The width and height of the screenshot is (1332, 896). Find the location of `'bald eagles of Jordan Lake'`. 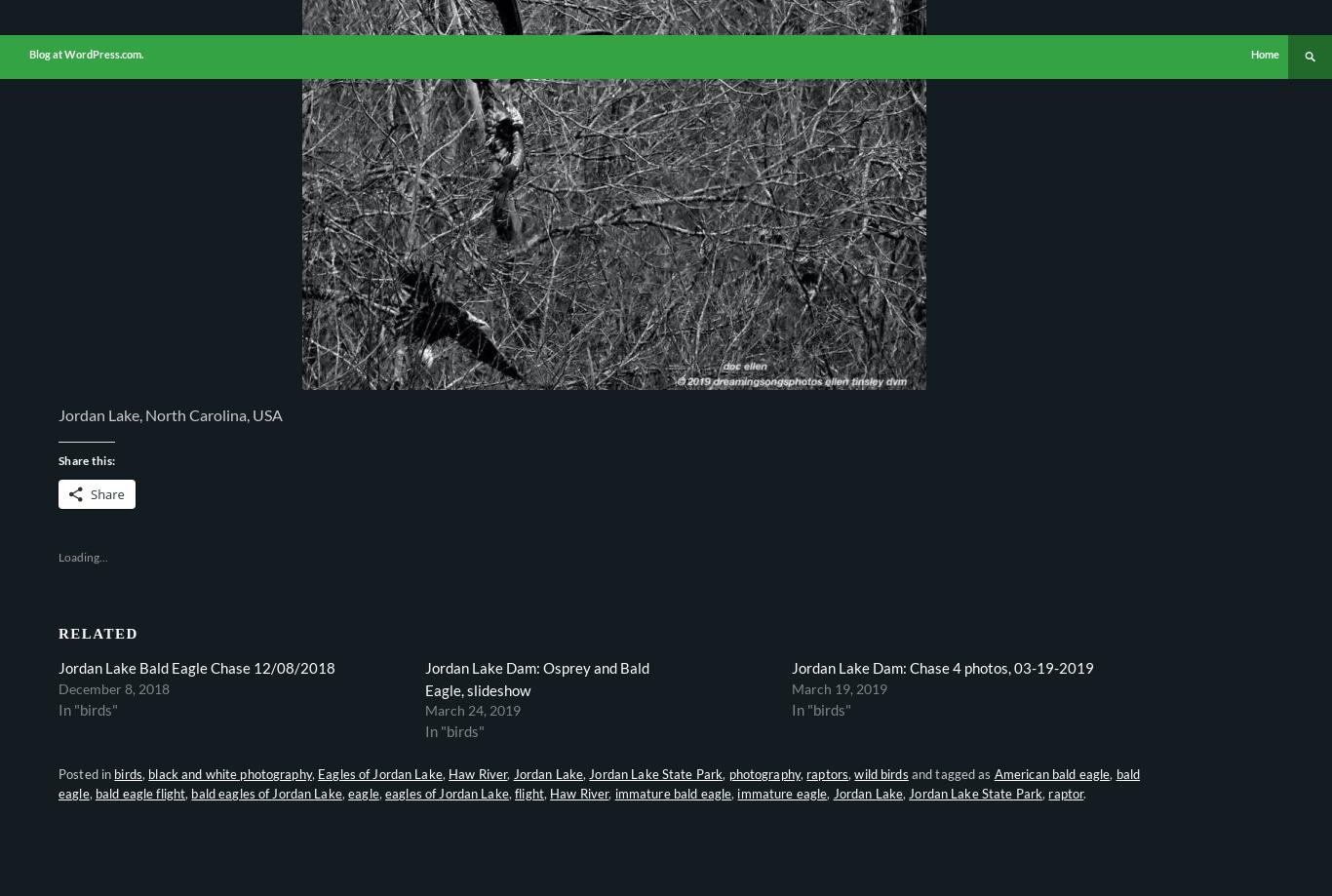

'bald eagles of Jordan Lake' is located at coordinates (266, 793).